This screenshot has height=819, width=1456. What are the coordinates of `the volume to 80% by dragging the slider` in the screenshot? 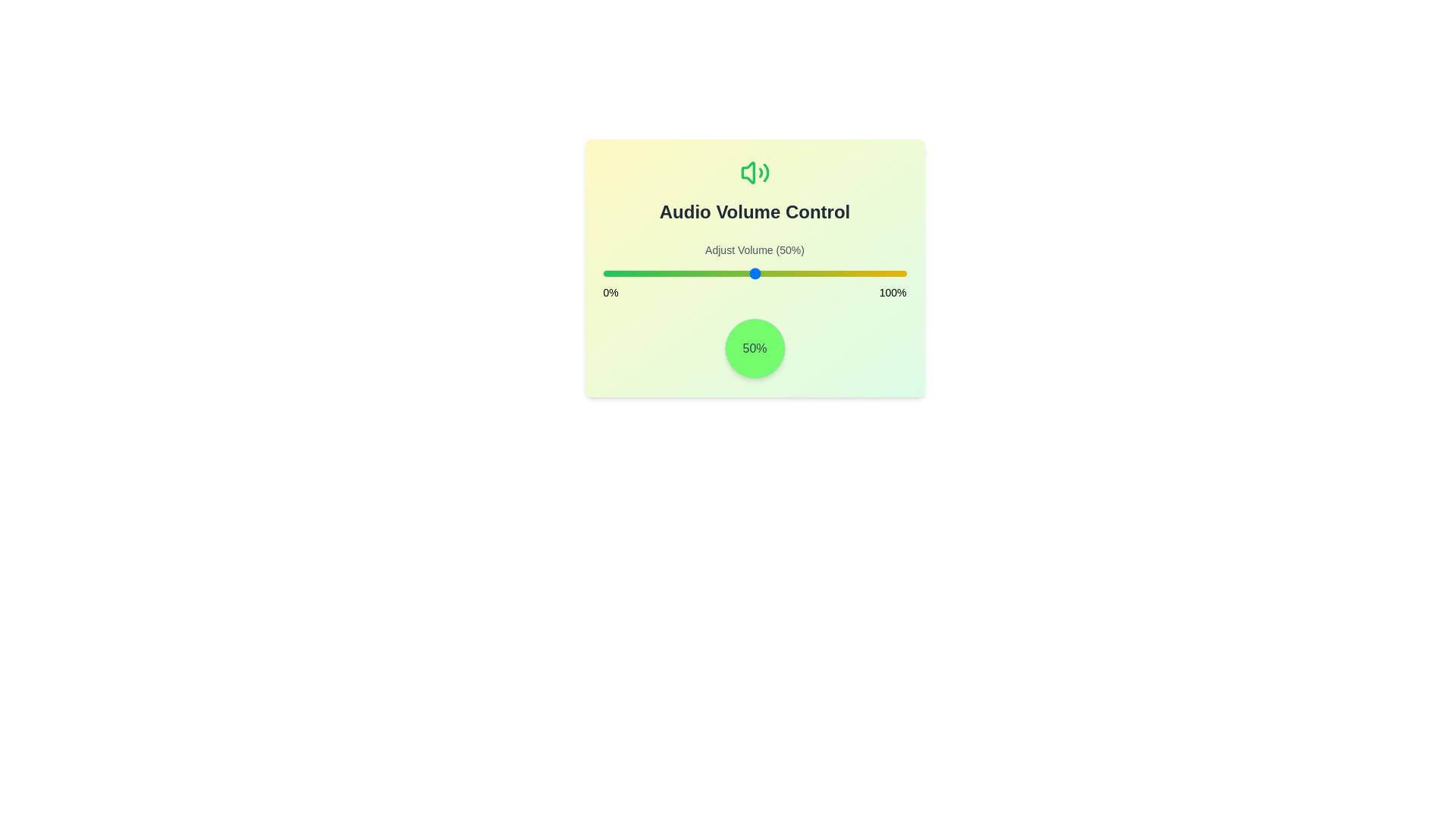 It's located at (845, 274).